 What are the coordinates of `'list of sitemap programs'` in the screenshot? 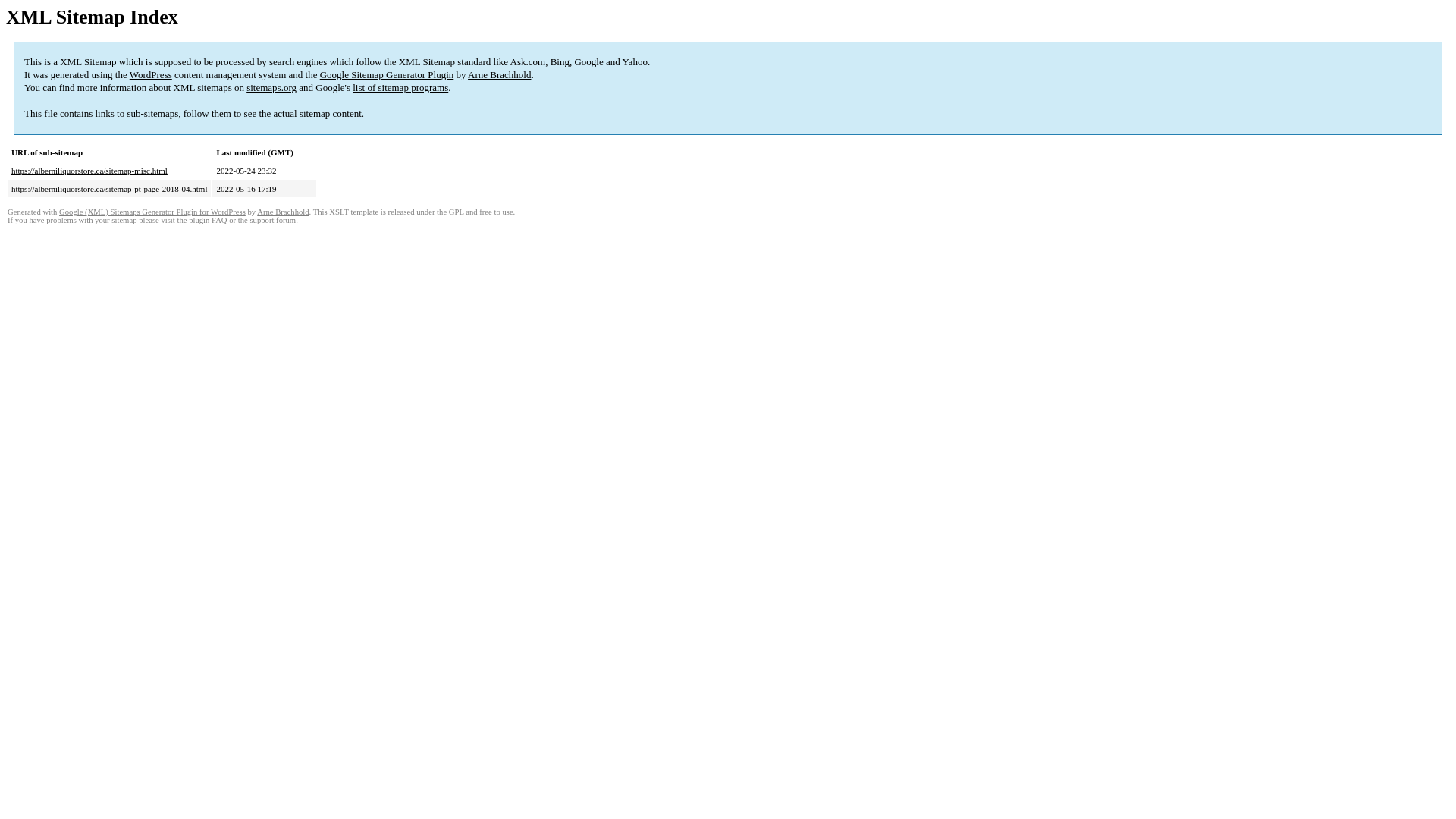 It's located at (400, 87).